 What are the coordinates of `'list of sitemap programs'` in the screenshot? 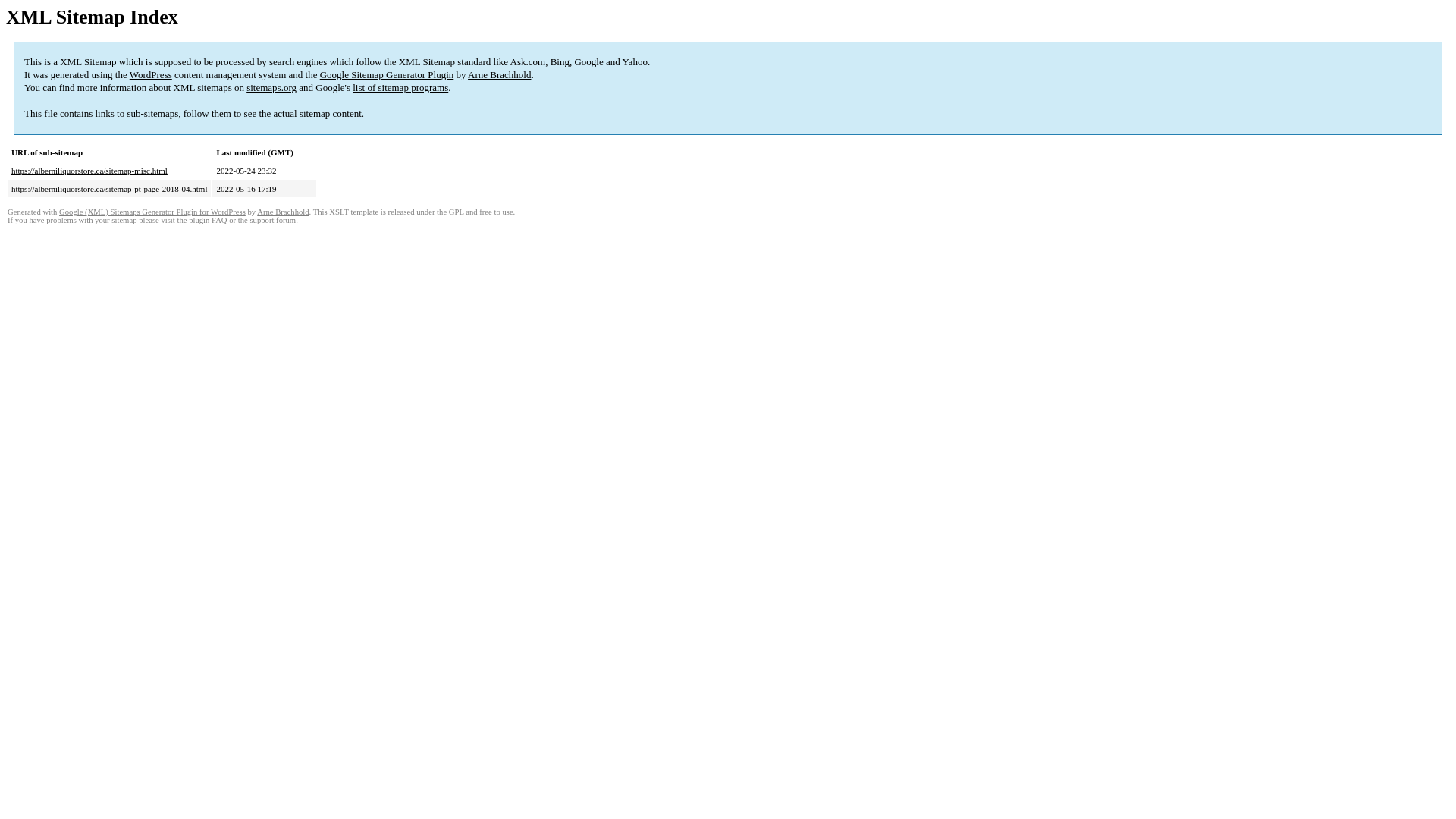 It's located at (400, 87).